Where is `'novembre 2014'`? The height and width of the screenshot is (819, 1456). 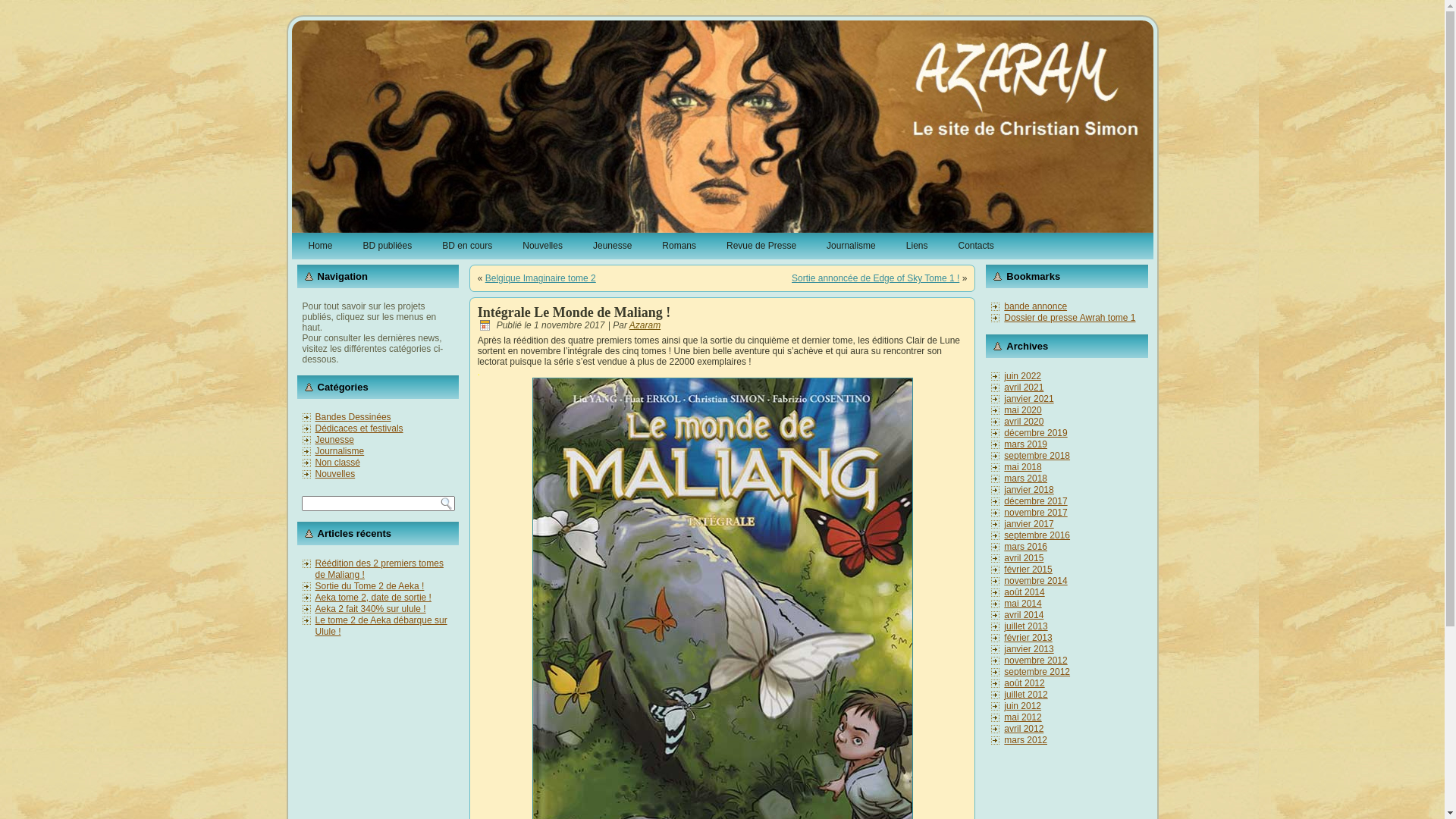
'novembre 2014' is located at coordinates (1034, 580).